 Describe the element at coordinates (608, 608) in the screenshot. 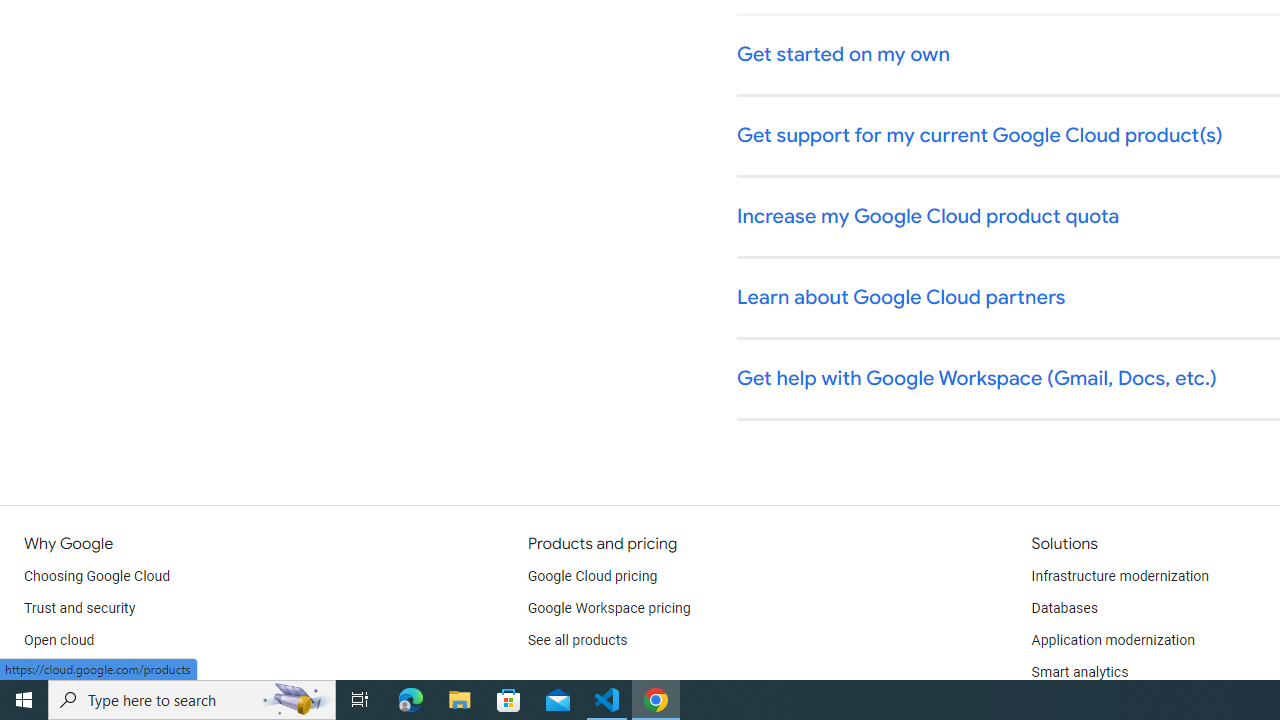

I see `'Google Workspace pricing'` at that location.